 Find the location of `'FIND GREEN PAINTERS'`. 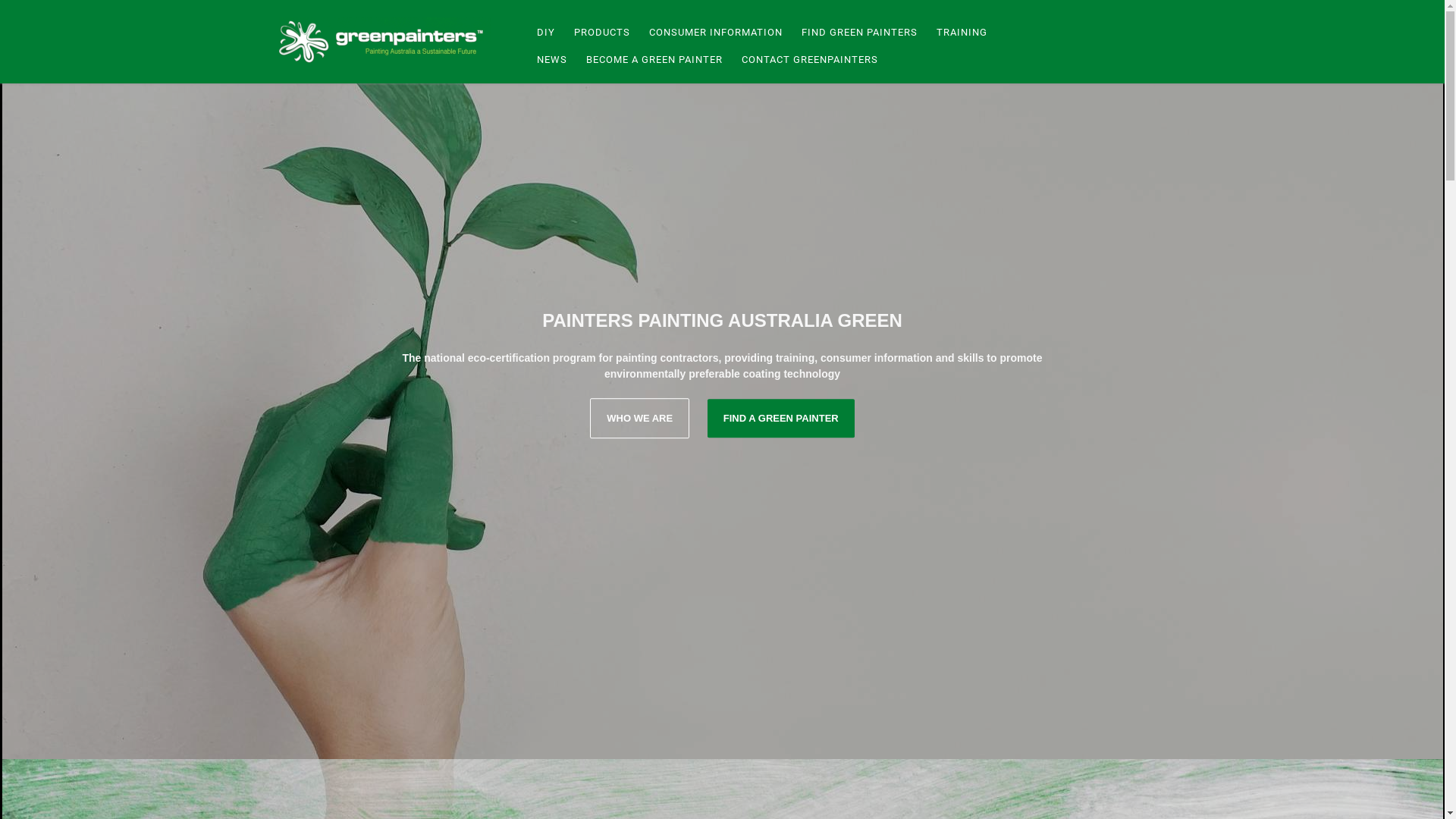

'FIND GREEN PAINTERS' is located at coordinates (858, 32).